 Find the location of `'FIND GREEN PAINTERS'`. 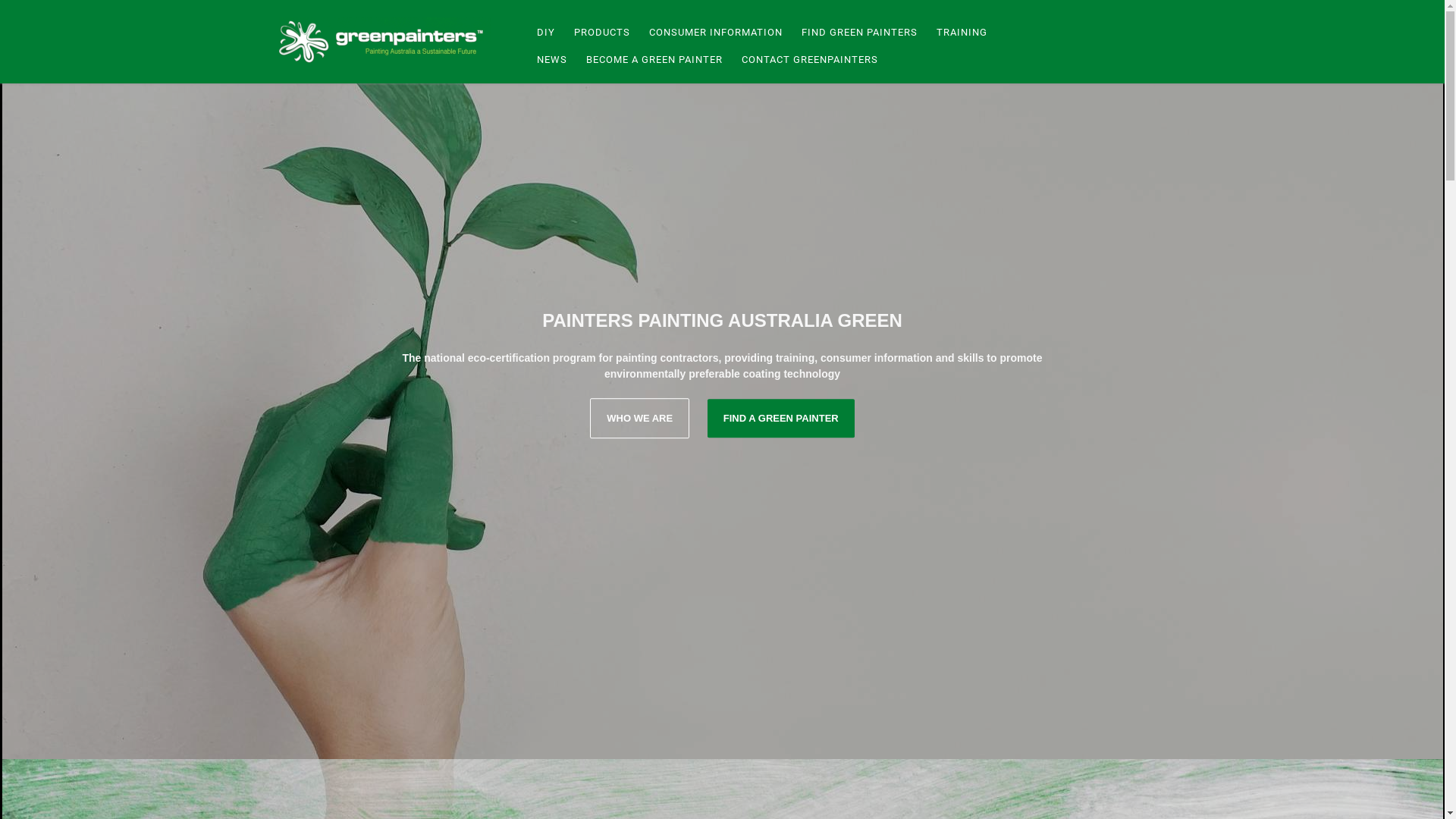

'FIND GREEN PAINTERS' is located at coordinates (858, 32).